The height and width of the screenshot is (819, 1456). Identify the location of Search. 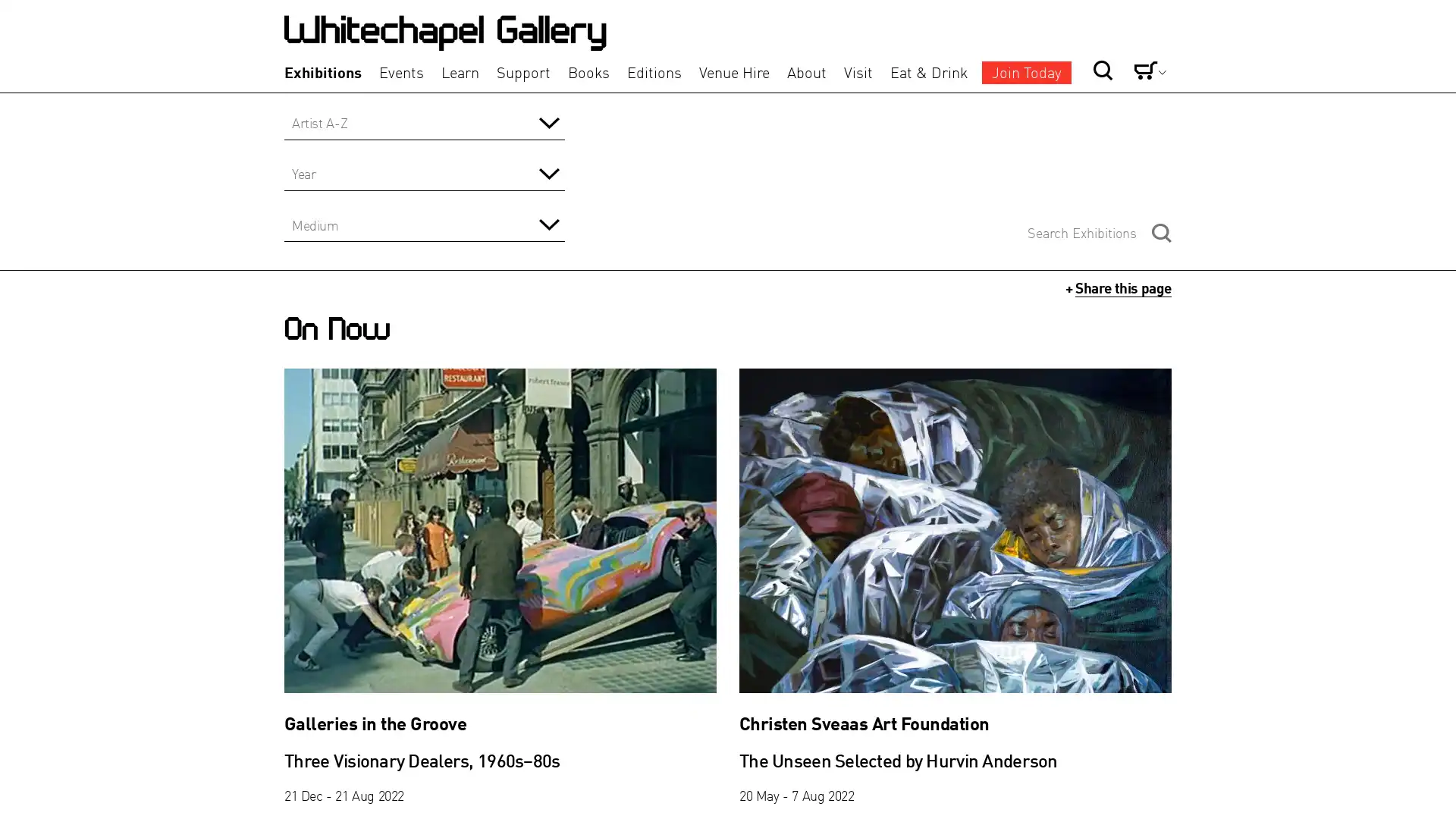
(1160, 233).